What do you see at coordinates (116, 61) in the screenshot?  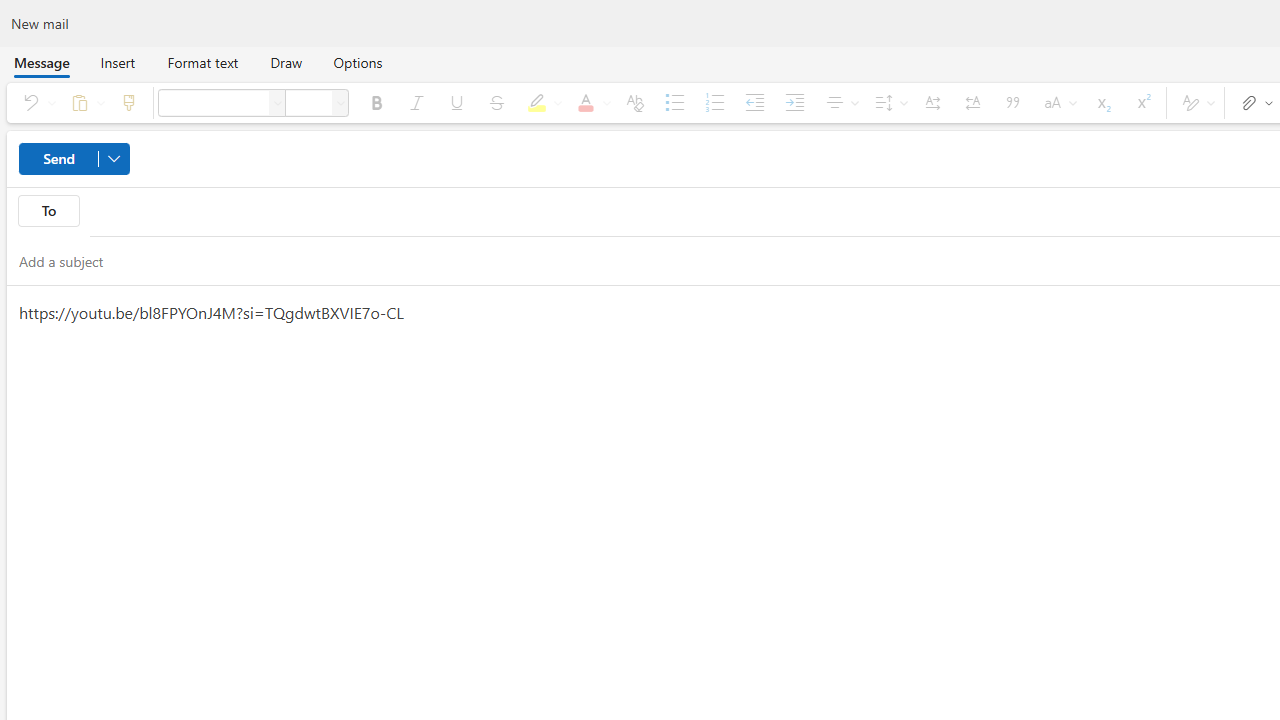 I see `'Insert'` at bounding box center [116, 61].